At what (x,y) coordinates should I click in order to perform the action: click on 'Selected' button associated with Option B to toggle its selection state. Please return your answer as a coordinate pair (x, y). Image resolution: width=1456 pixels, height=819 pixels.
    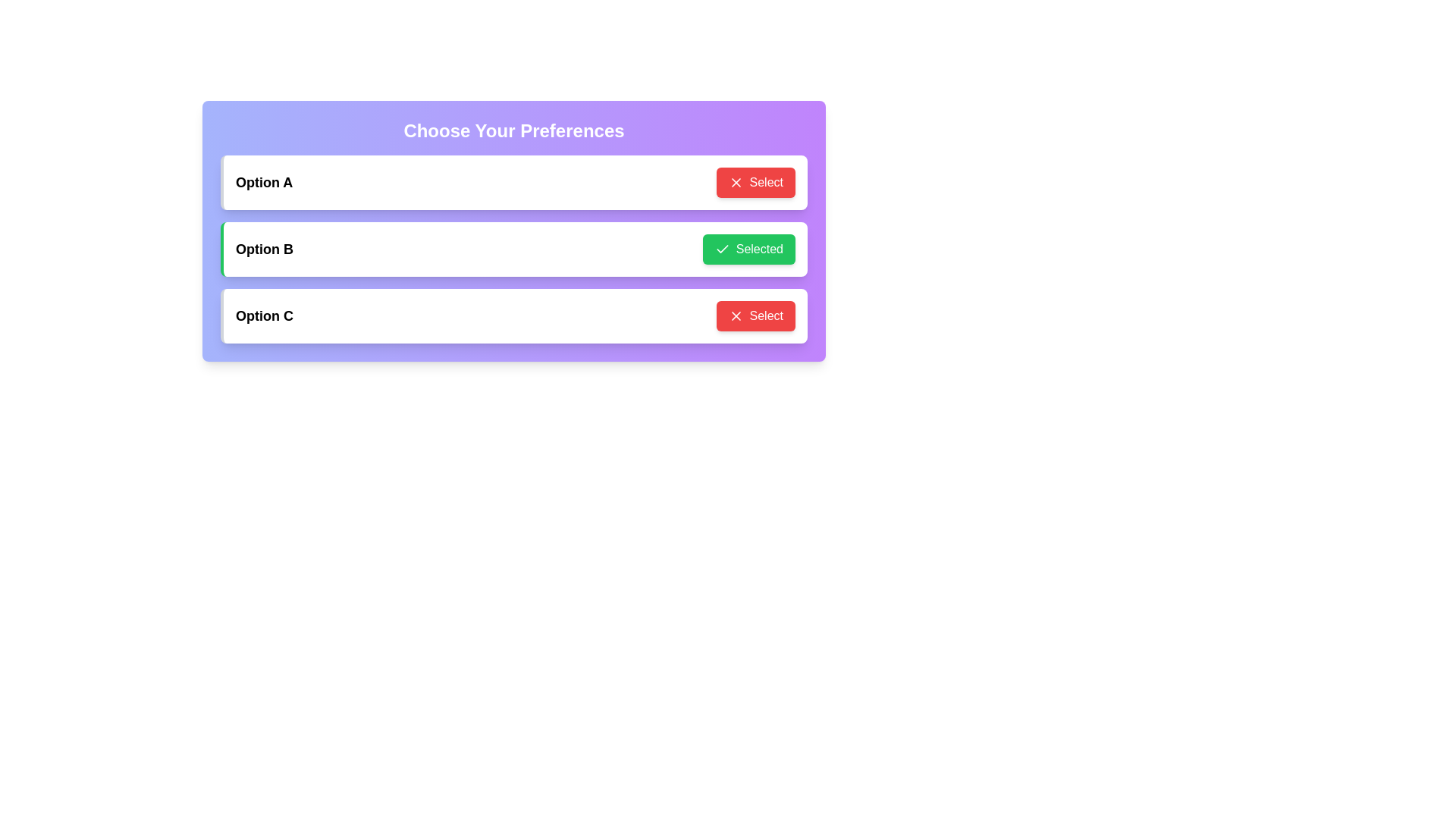
    Looking at the image, I should click on (748, 248).